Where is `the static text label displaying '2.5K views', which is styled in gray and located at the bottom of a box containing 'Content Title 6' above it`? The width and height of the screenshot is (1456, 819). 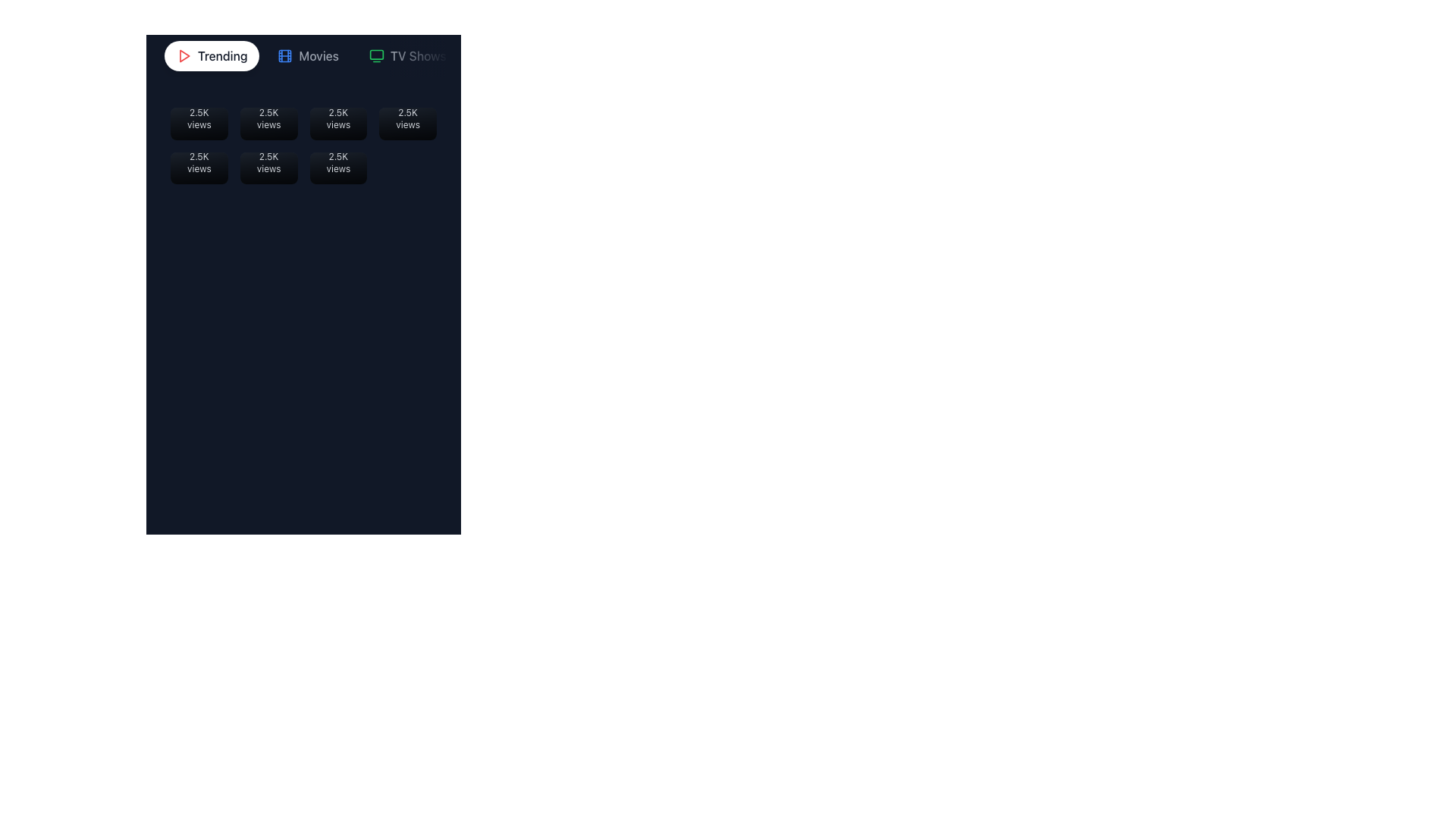 the static text label displaying '2.5K views', which is styled in gray and located at the bottom of a box containing 'Content Title 6' above it is located at coordinates (268, 163).